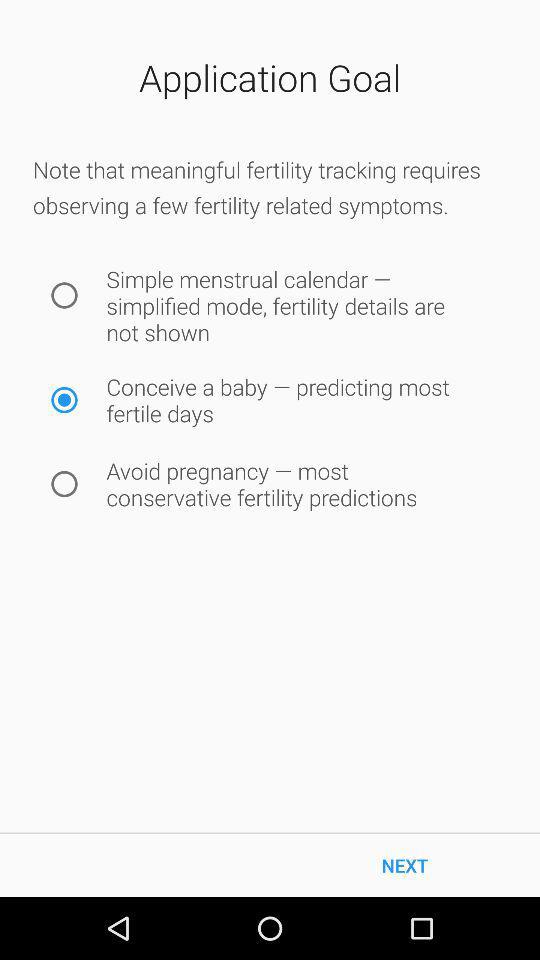 The height and width of the screenshot is (960, 540). Describe the element at coordinates (64, 294) in the screenshot. I see `the icon at the top left corner` at that location.